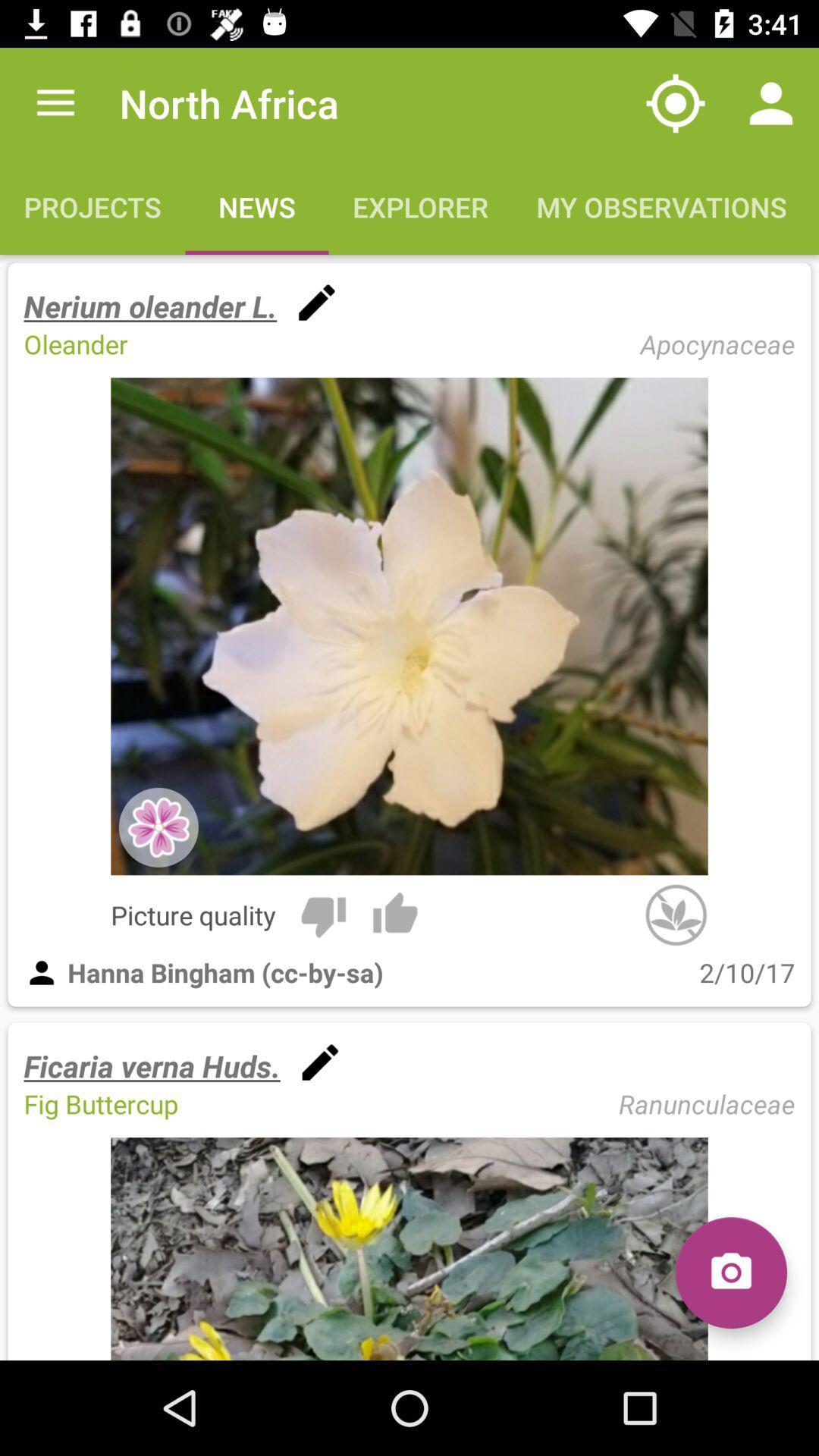 This screenshot has width=819, height=1456. Describe the element at coordinates (55, 102) in the screenshot. I see `item to the left of the north africa app` at that location.